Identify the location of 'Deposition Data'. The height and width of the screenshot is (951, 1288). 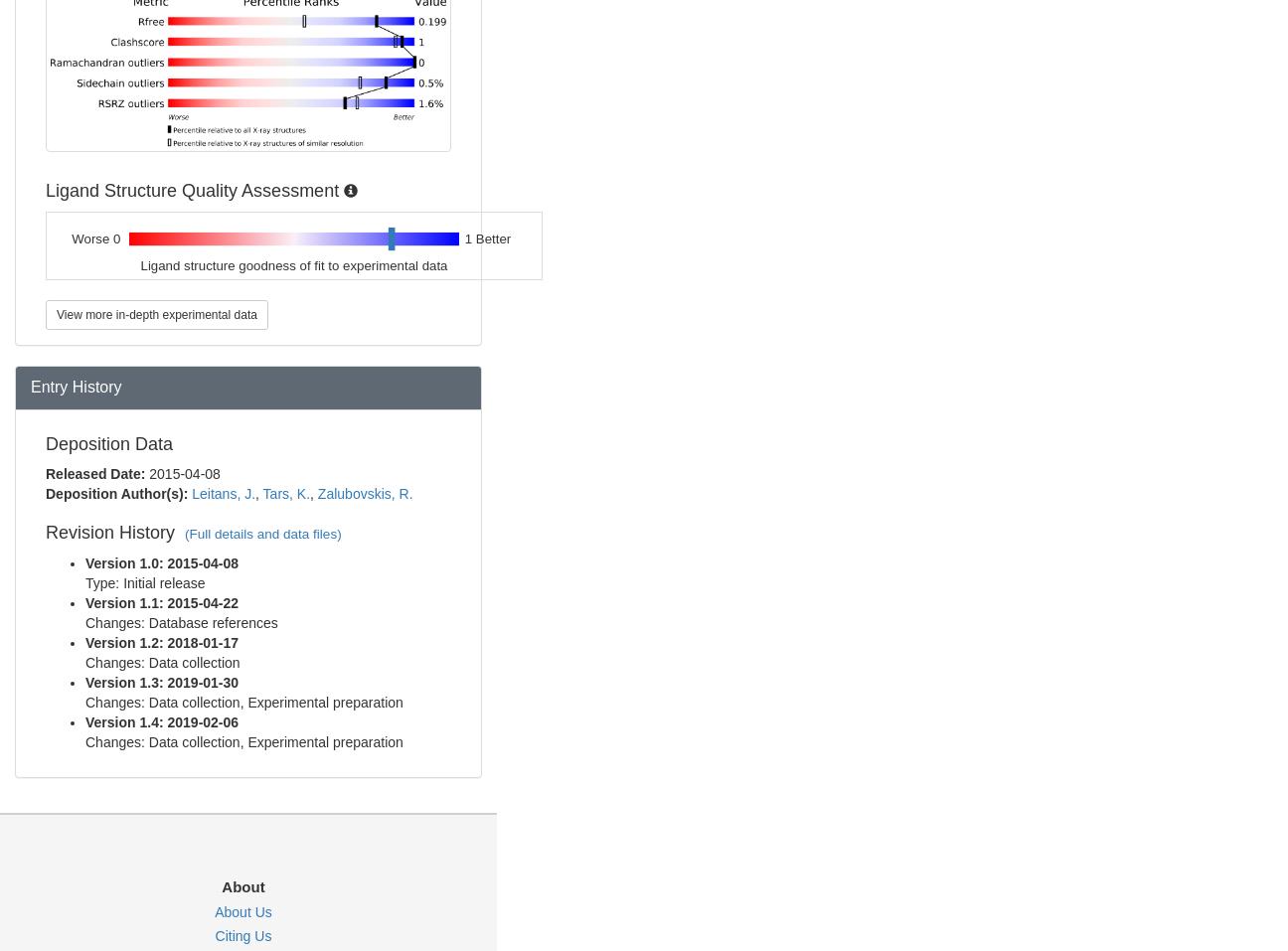
(109, 441).